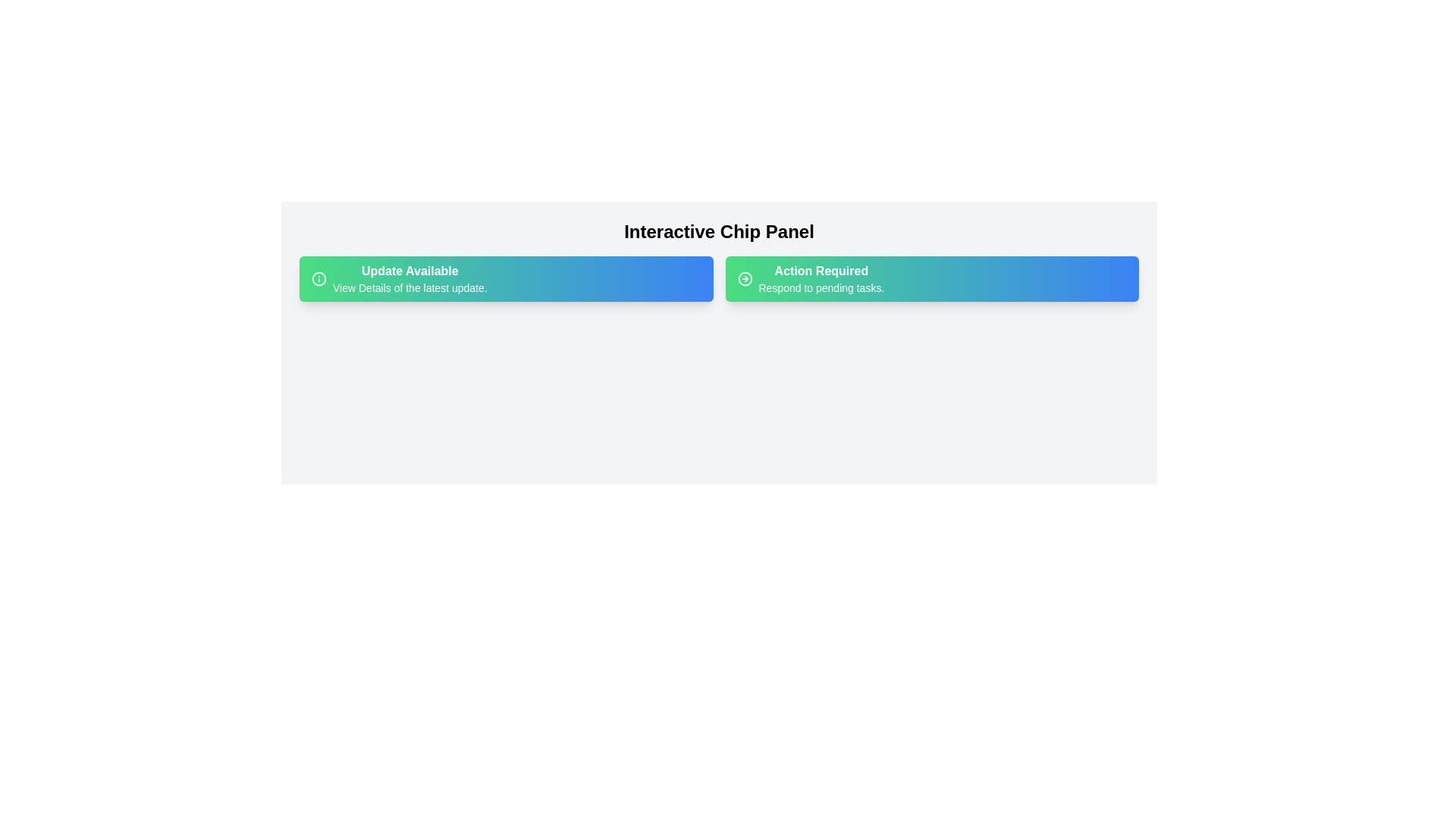 The image size is (1456, 819). Describe the element at coordinates (506, 278) in the screenshot. I see `the chip to highlight its gradient color transition` at that location.